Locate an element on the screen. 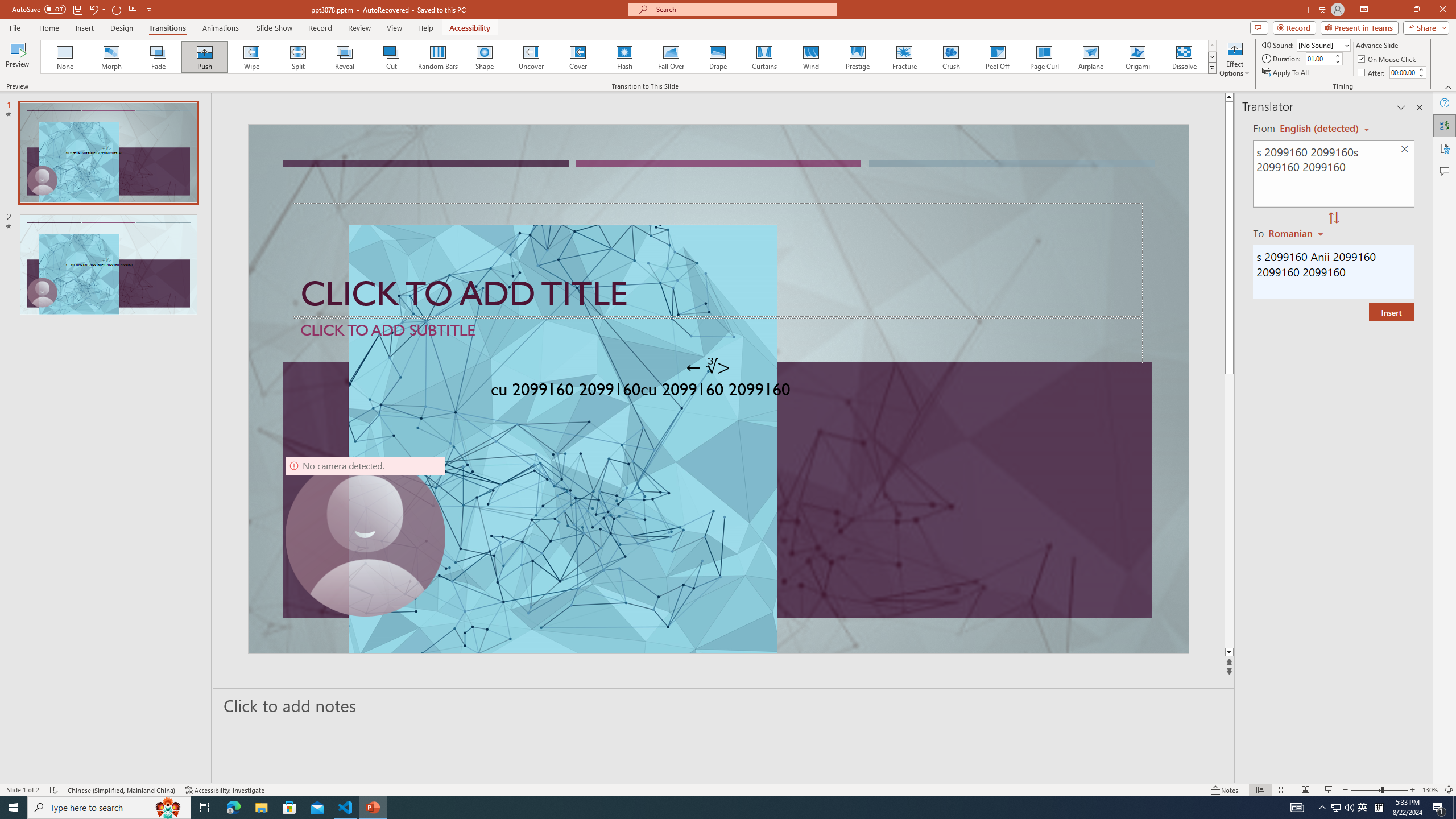 Image resolution: width=1456 pixels, height=819 pixels. 'After' is located at coordinates (1403, 72).